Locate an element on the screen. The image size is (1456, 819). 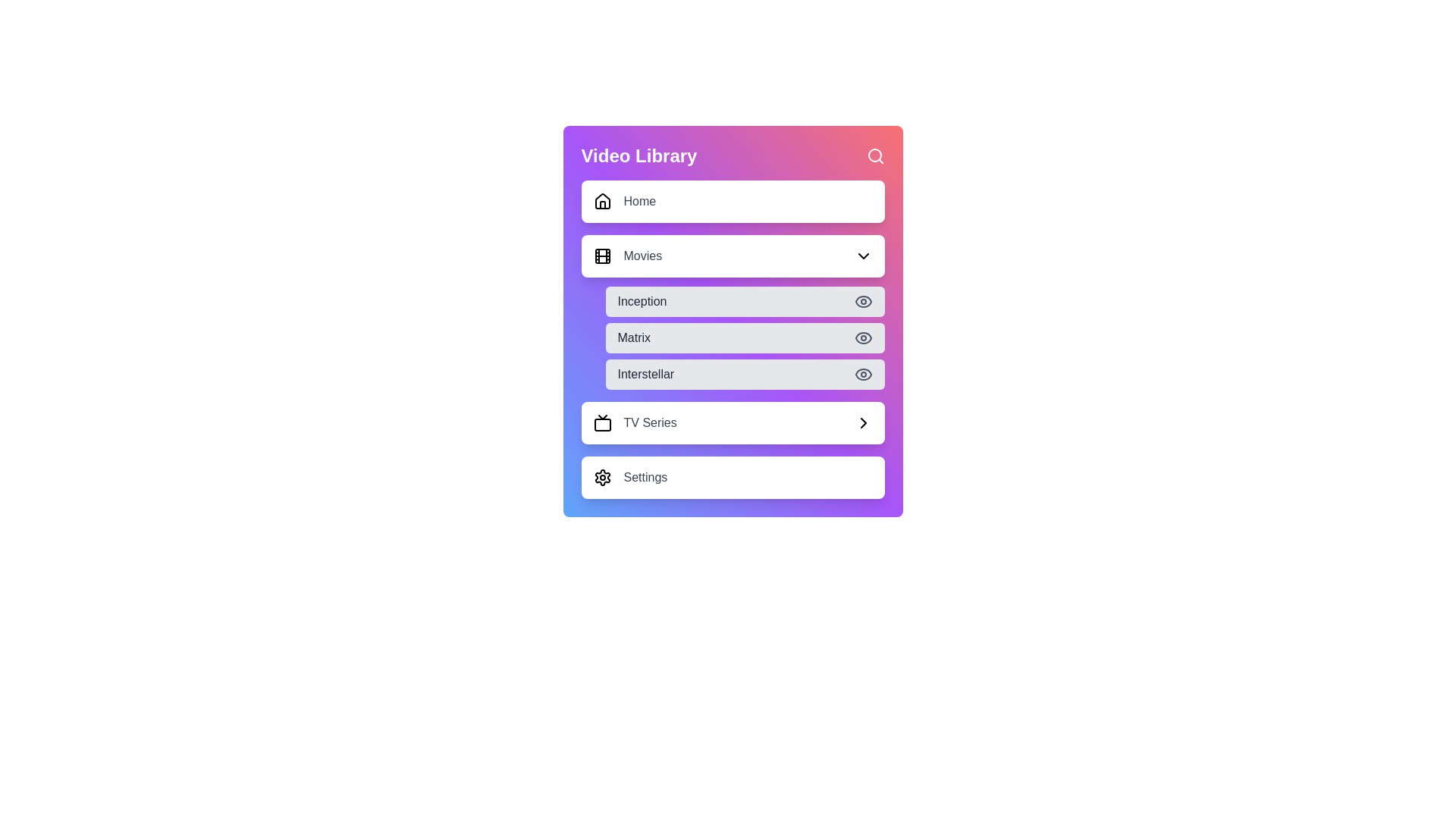
the 'Movies' expandable menu item located in the 'Video Library' menu, which is the second option in a vertical list is located at coordinates (733, 256).